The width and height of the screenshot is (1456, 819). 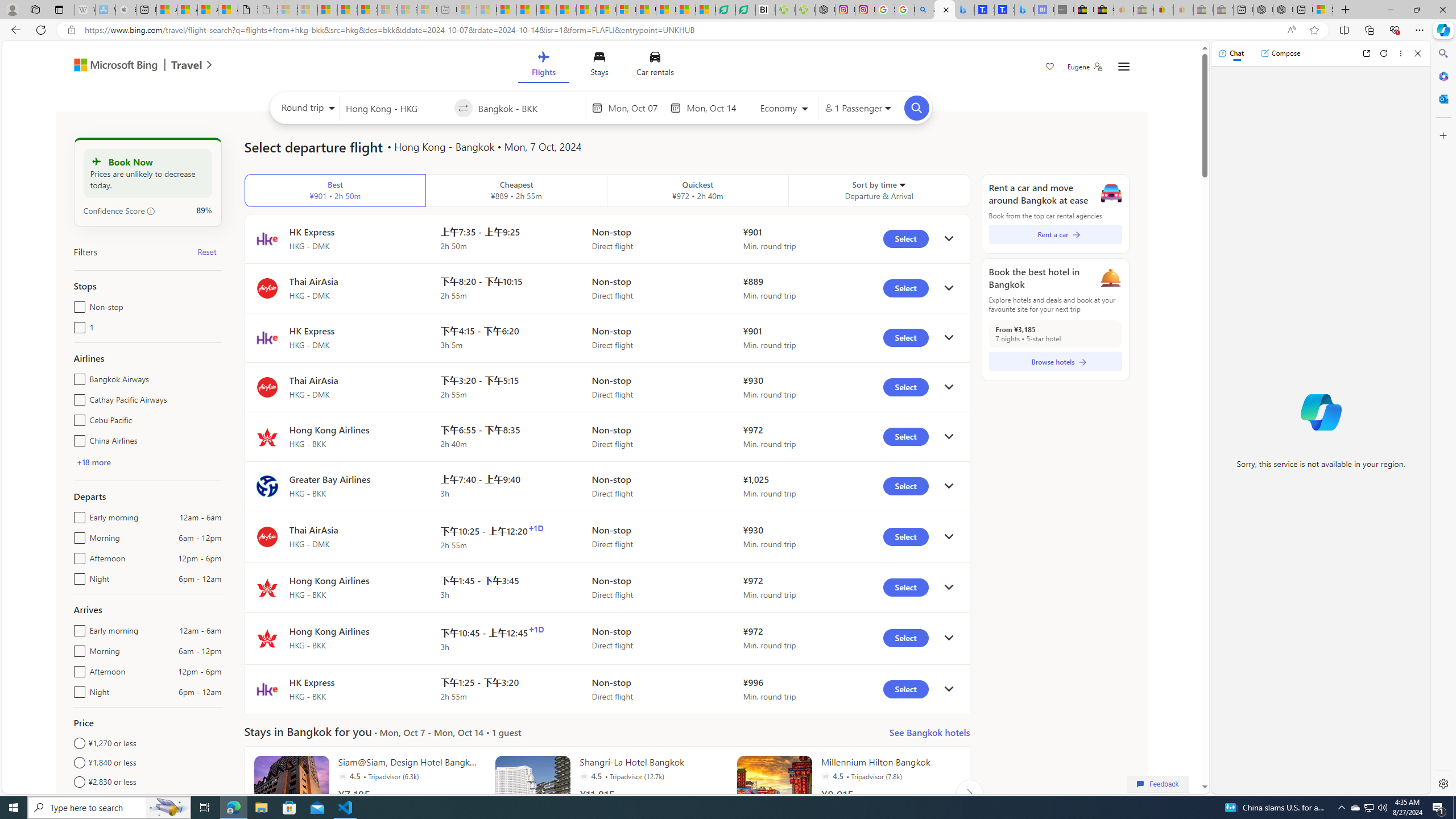 What do you see at coordinates (464, 107) in the screenshot?
I see `'Swap source and destination'` at bounding box center [464, 107].